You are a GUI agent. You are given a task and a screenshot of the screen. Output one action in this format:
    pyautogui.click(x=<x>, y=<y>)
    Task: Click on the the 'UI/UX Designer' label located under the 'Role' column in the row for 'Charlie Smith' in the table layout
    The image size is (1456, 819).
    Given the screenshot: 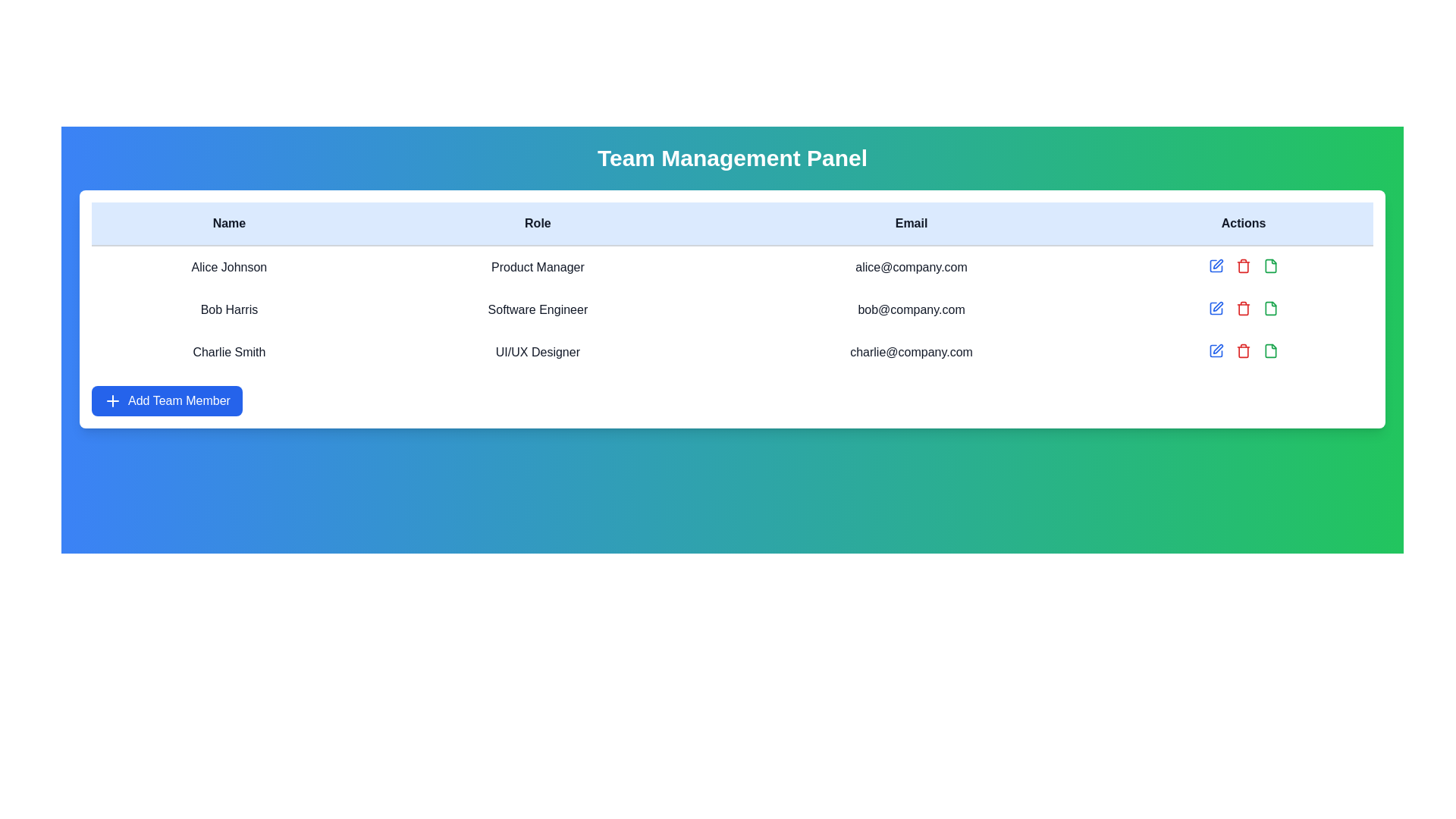 What is the action you would take?
    pyautogui.click(x=538, y=353)
    